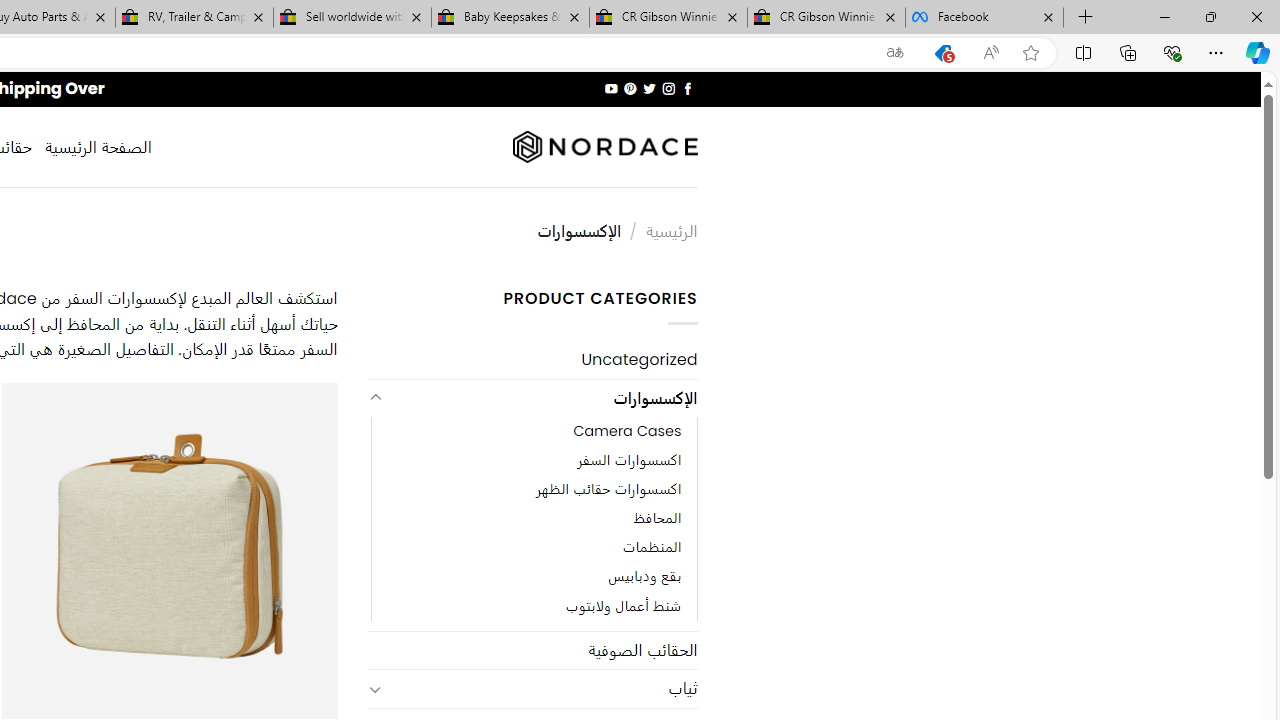 This screenshot has height=720, width=1280. What do you see at coordinates (984, 17) in the screenshot?
I see `'Facebook'` at bounding box center [984, 17].